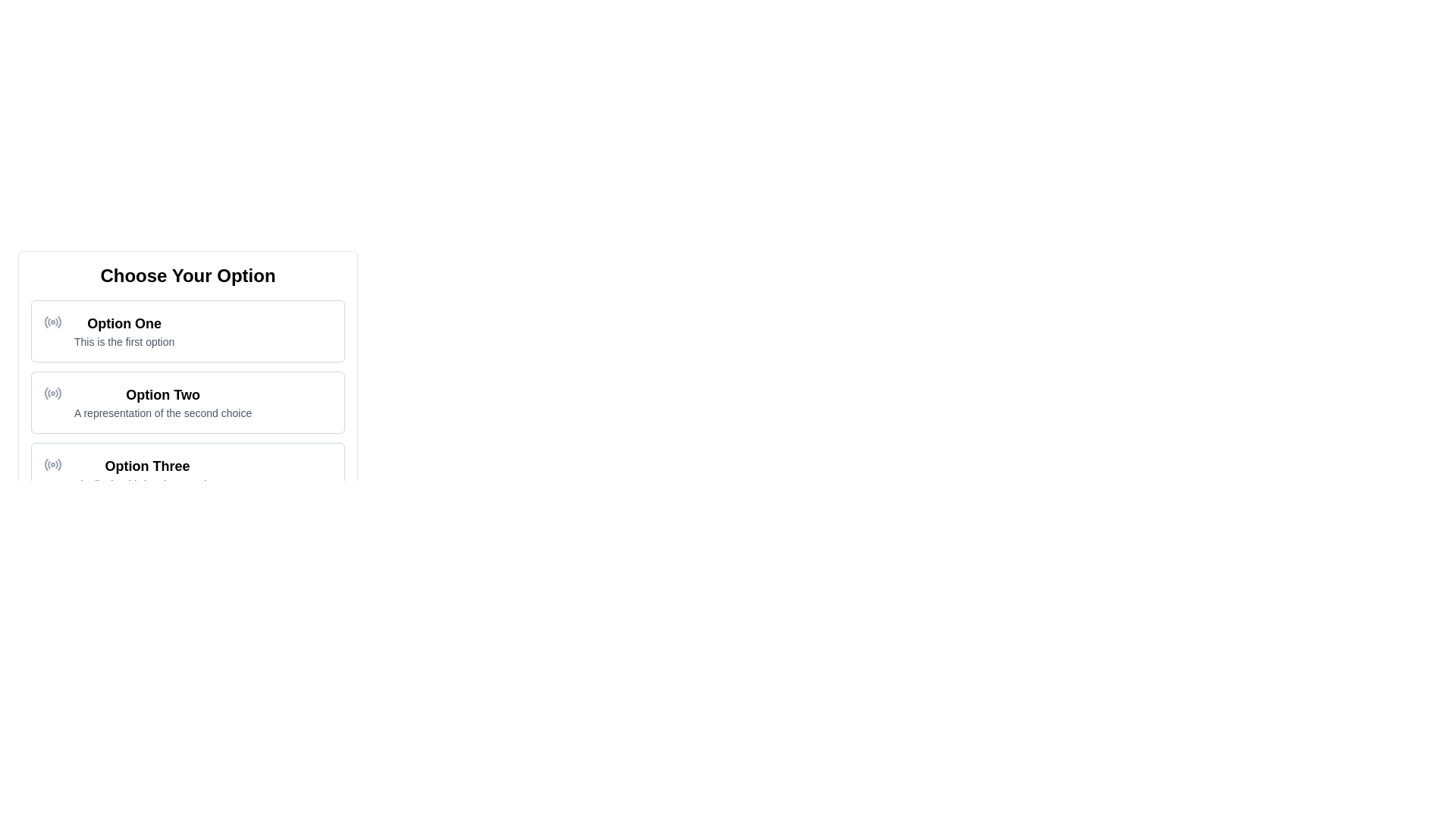 This screenshot has height=819, width=1456. What do you see at coordinates (187, 402) in the screenshot?
I see `the second radio button option in the list` at bounding box center [187, 402].